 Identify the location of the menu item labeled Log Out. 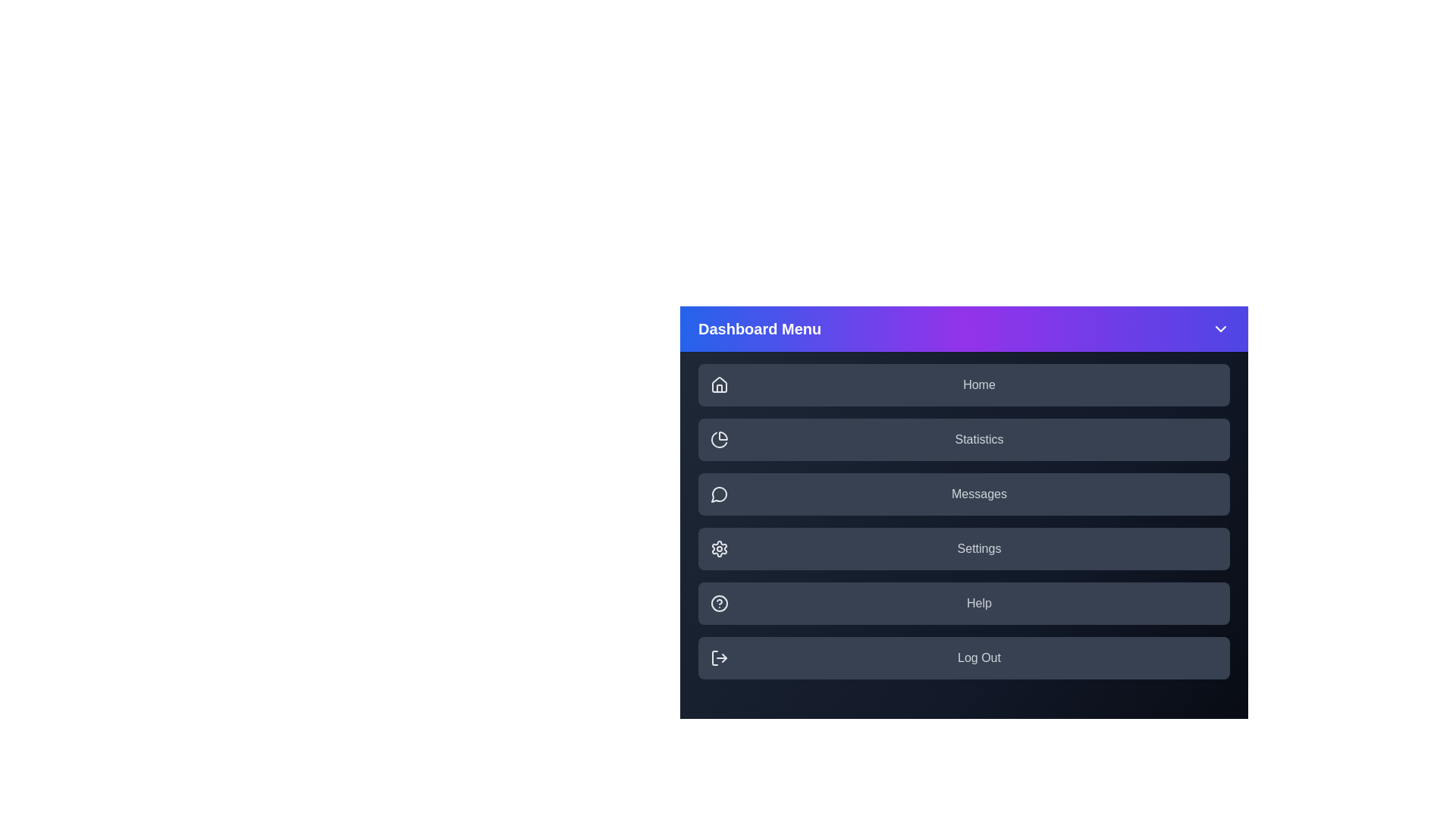
(963, 657).